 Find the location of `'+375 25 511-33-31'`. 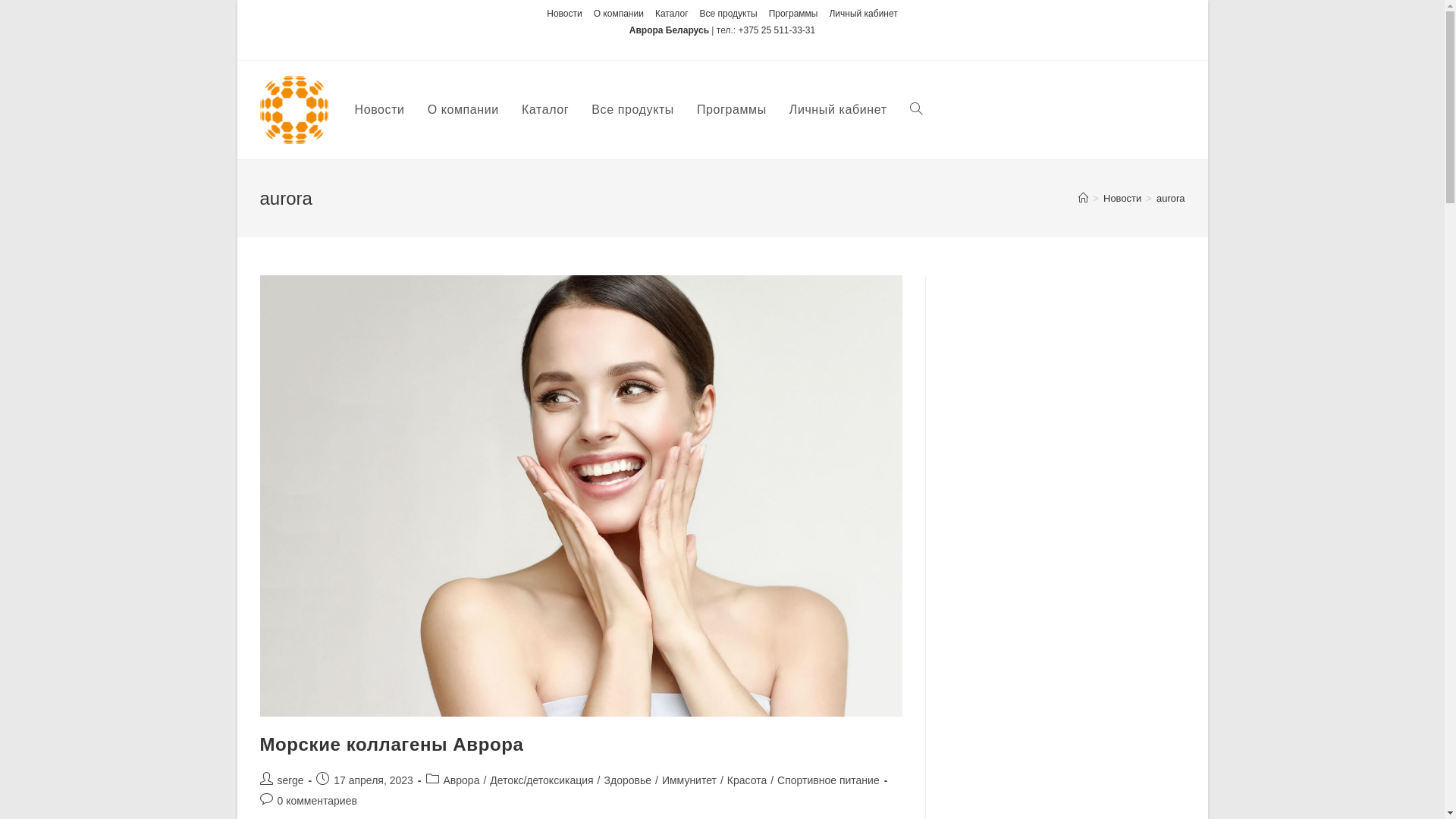

'+375 25 511-33-31' is located at coordinates (776, 30).